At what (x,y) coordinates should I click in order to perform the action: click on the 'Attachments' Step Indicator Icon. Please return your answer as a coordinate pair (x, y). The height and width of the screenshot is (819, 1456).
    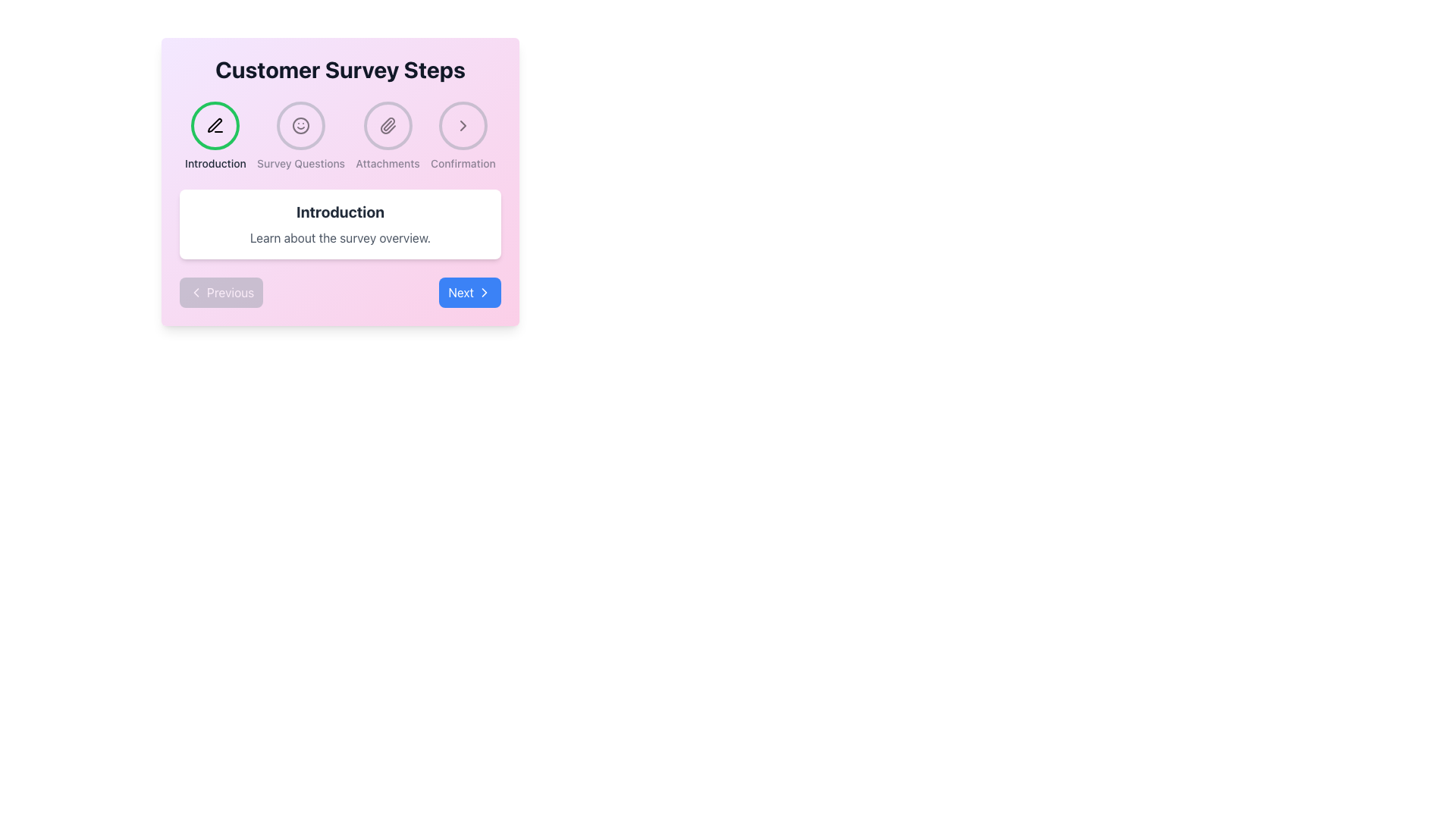
    Looking at the image, I should click on (388, 124).